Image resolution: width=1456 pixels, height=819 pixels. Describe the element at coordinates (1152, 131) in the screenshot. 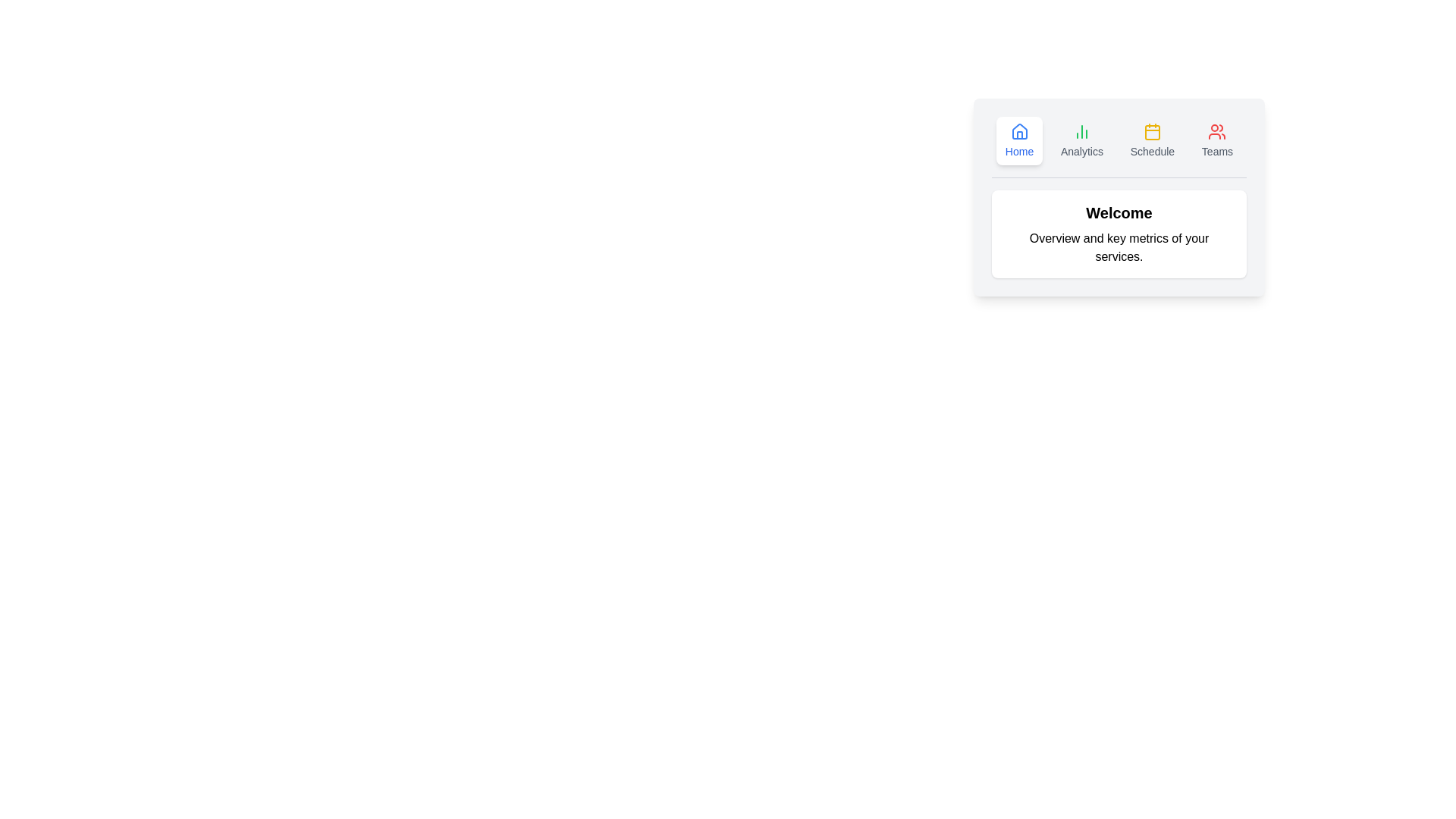

I see `the navigation icon for viewing or managing schedules located under the 'Schedule' text label` at that location.